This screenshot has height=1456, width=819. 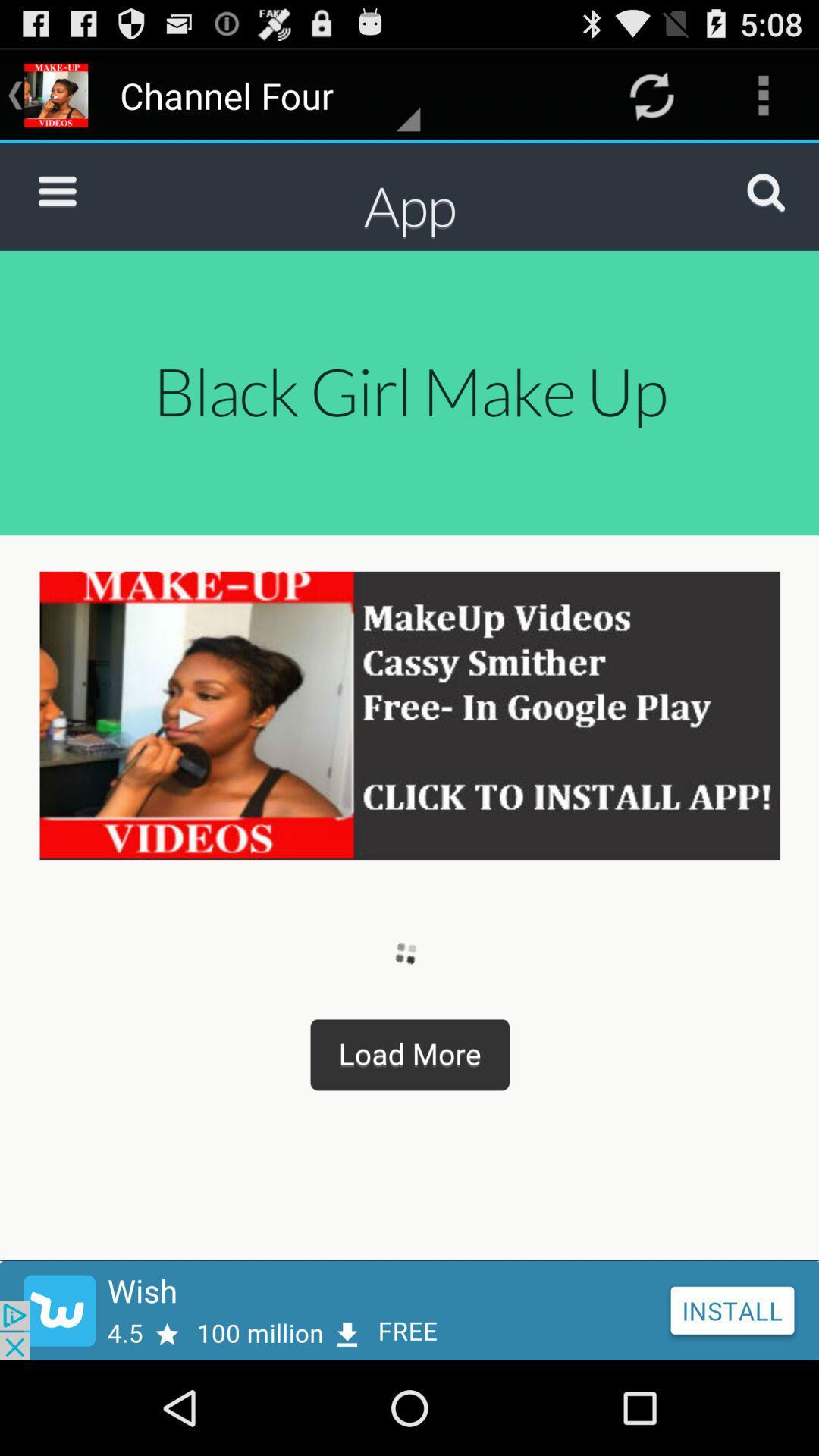 I want to click on install app, so click(x=409, y=1310).